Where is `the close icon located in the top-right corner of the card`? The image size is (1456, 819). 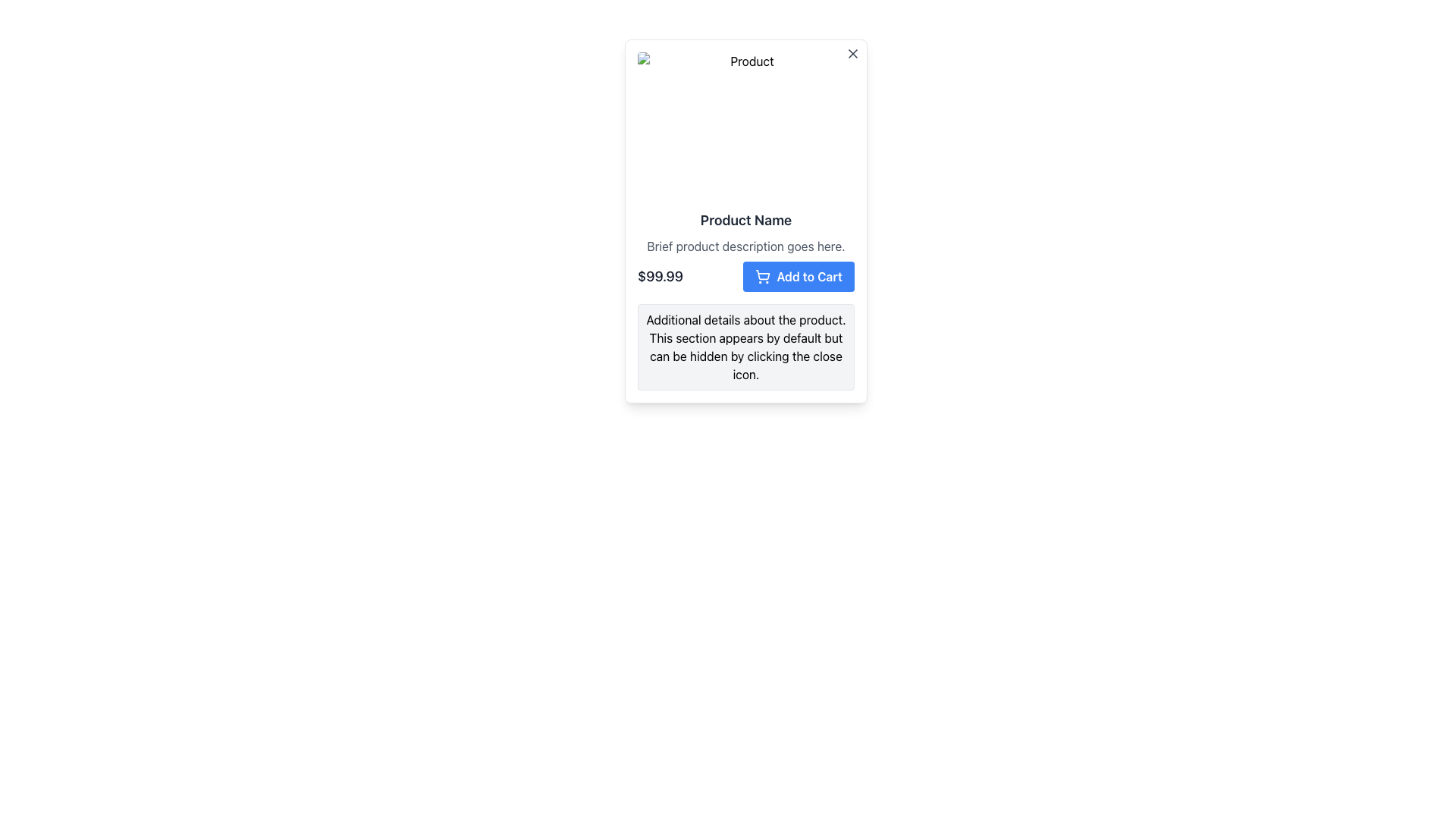 the close icon located in the top-right corner of the card is located at coordinates (852, 52).